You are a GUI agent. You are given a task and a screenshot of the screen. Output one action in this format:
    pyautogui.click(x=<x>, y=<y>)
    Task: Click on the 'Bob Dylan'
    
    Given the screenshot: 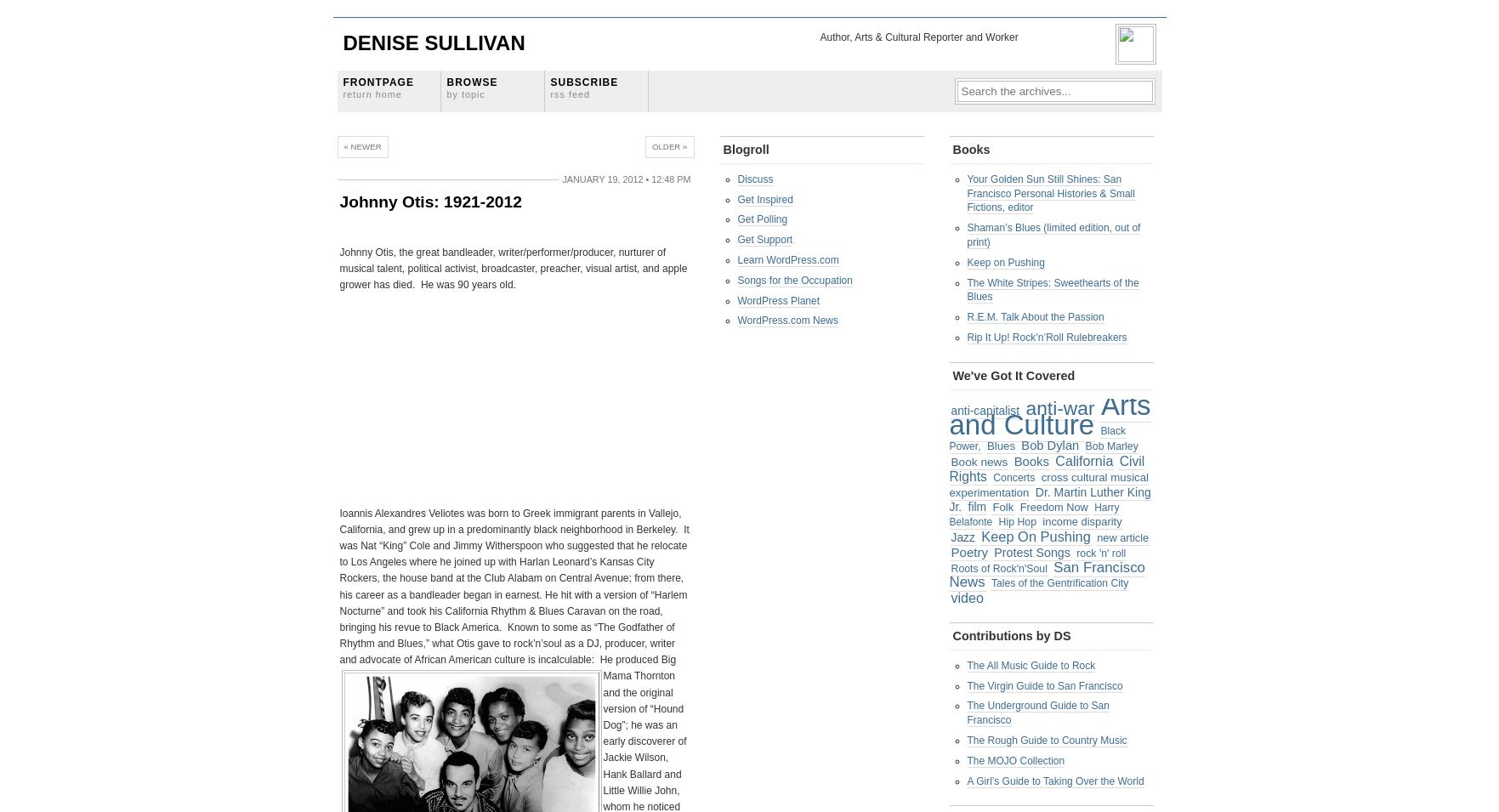 What is the action you would take?
    pyautogui.click(x=1048, y=446)
    